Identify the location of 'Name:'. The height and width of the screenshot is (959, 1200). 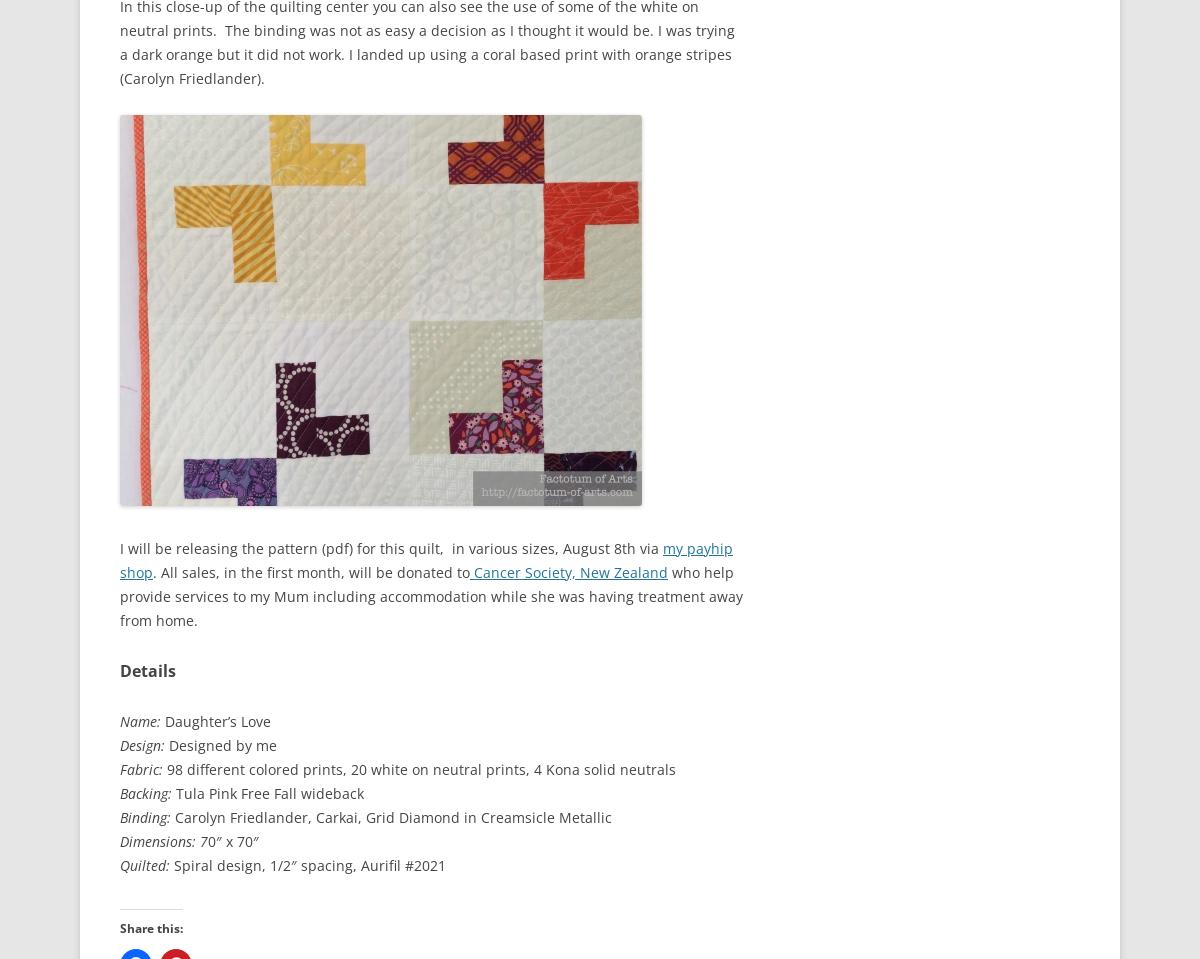
(142, 720).